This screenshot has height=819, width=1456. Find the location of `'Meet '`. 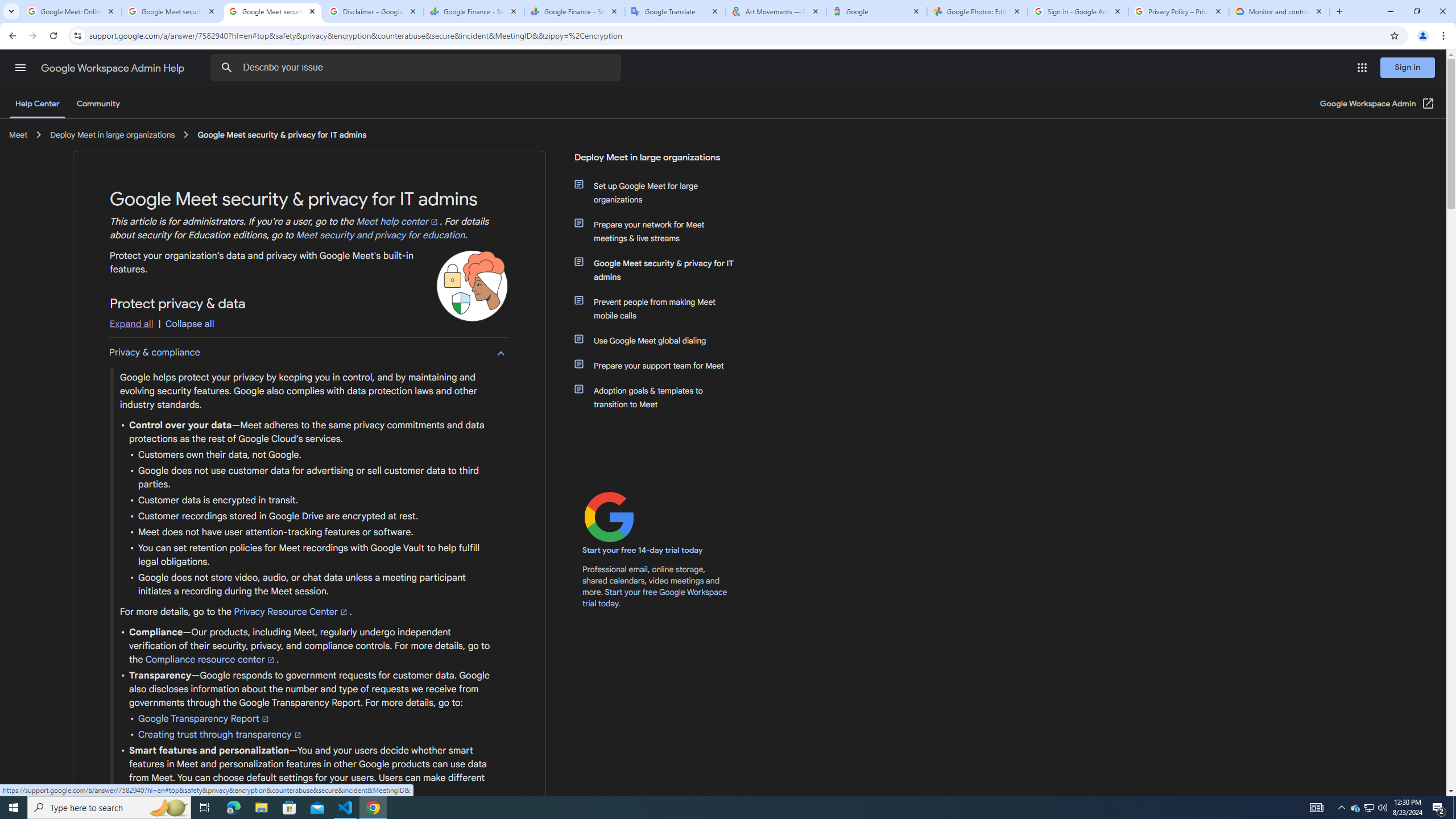

'Meet ' is located at coordinates (18, 134).